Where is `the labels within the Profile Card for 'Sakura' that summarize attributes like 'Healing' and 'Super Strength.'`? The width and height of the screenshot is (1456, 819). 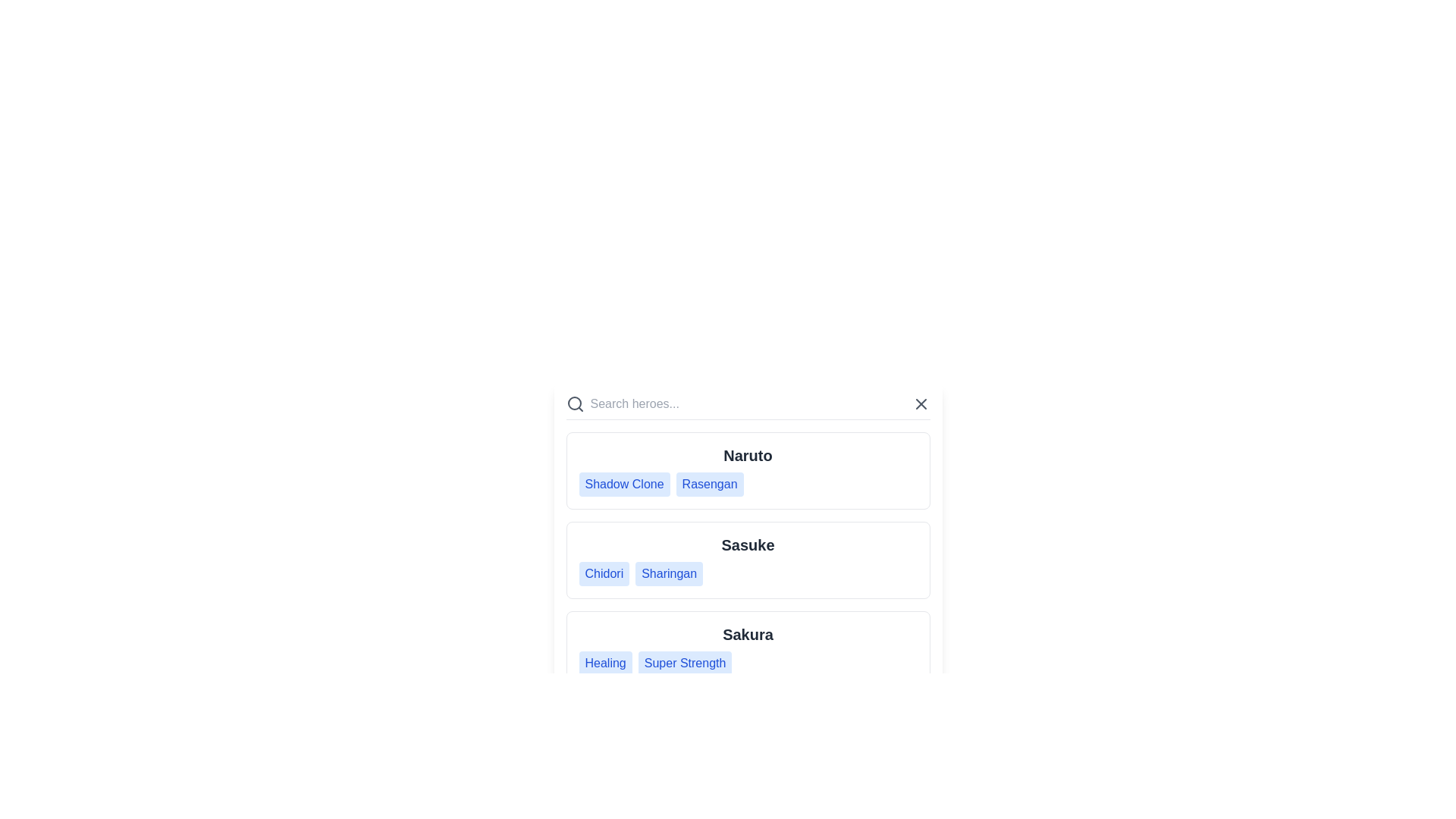 the labels within the Profile Card for 'Sakura' that summarize attributes like 'Healing' and 'Super Strength.' is located at coordinates (748, 648).